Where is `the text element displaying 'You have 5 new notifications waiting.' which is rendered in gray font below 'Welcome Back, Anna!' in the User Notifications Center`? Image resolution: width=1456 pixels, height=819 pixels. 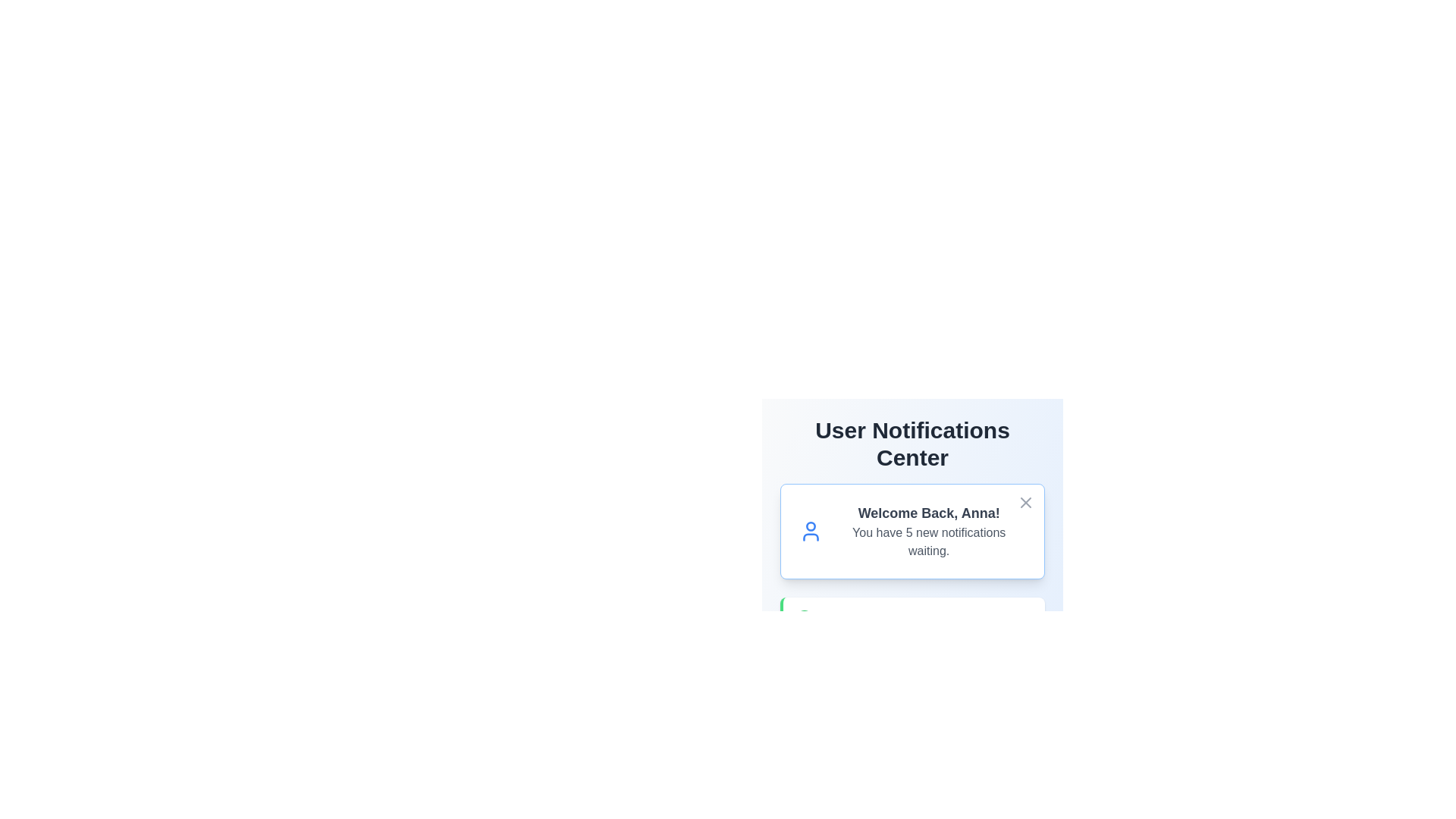 the text element displaying 'You have 5 new notifications waiting.' which is rendered in gray font below 'Welcome Back, Anna!' in the User Notifications Center is located at coordinates (928, 541).